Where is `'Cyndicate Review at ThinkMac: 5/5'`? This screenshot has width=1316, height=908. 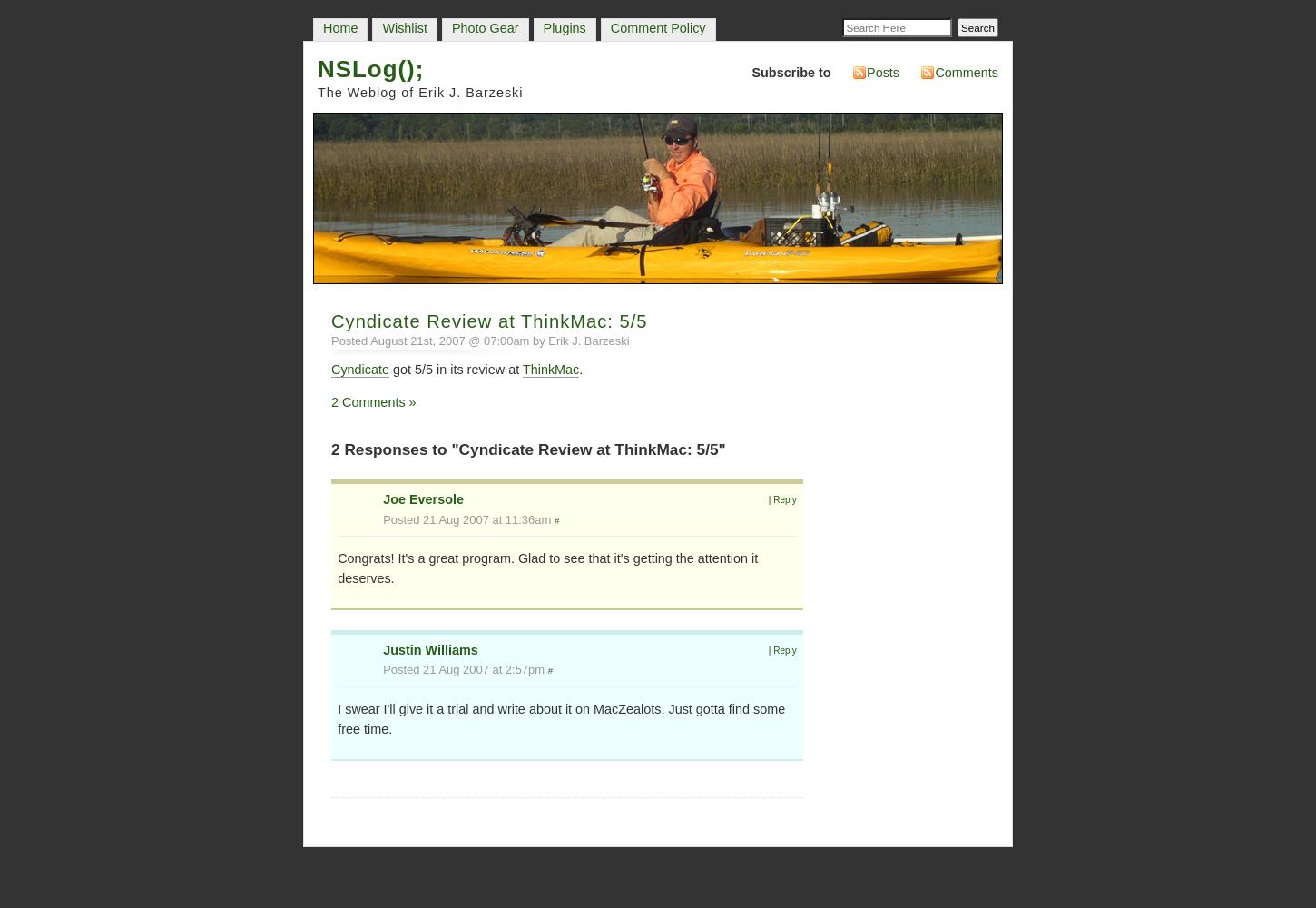 'Cyndicate Review at ThinkMac: 5/5' is located at coordinates (488, 320).